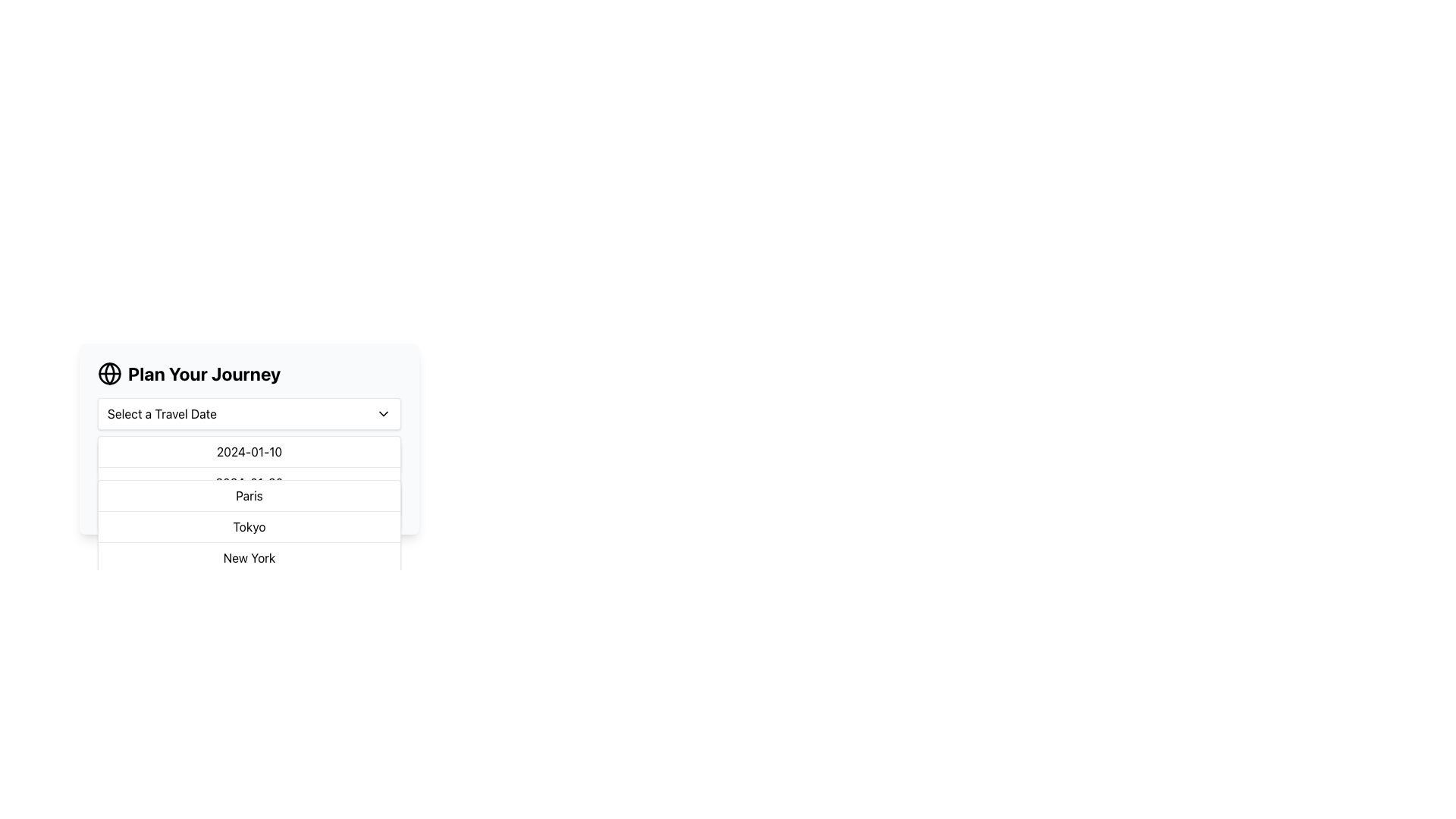 The width and height of the screenshot is (1456, 819). Describe the element at coordinates (249, 500) in the screenshot. I see `to select the dropdown menu option labeled 'Paris', which is the second item in the destination selection list under the 'Plan Your Journey' panel` at that location.